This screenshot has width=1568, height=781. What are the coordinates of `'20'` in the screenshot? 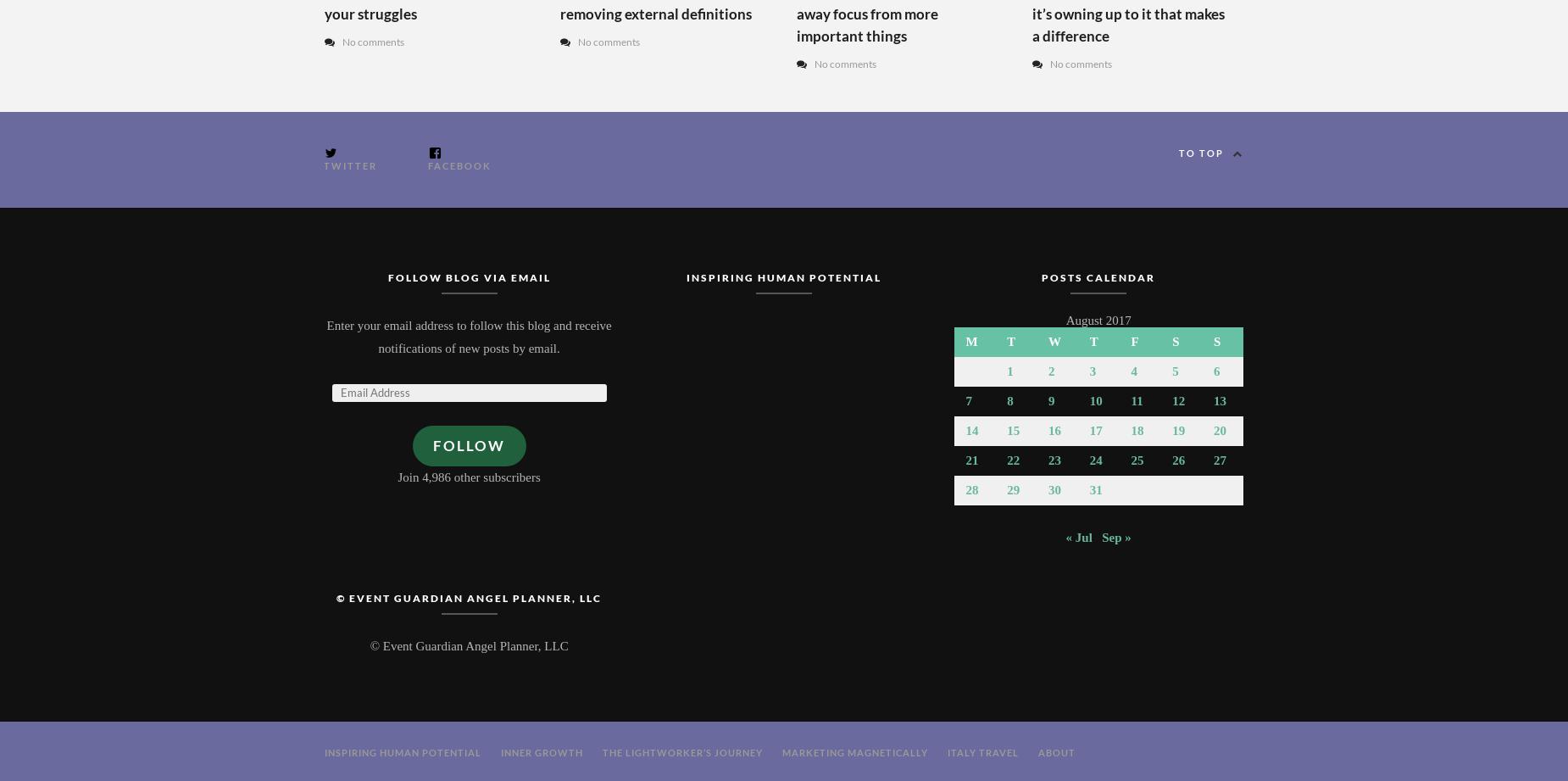 It's located at (1220, 430).